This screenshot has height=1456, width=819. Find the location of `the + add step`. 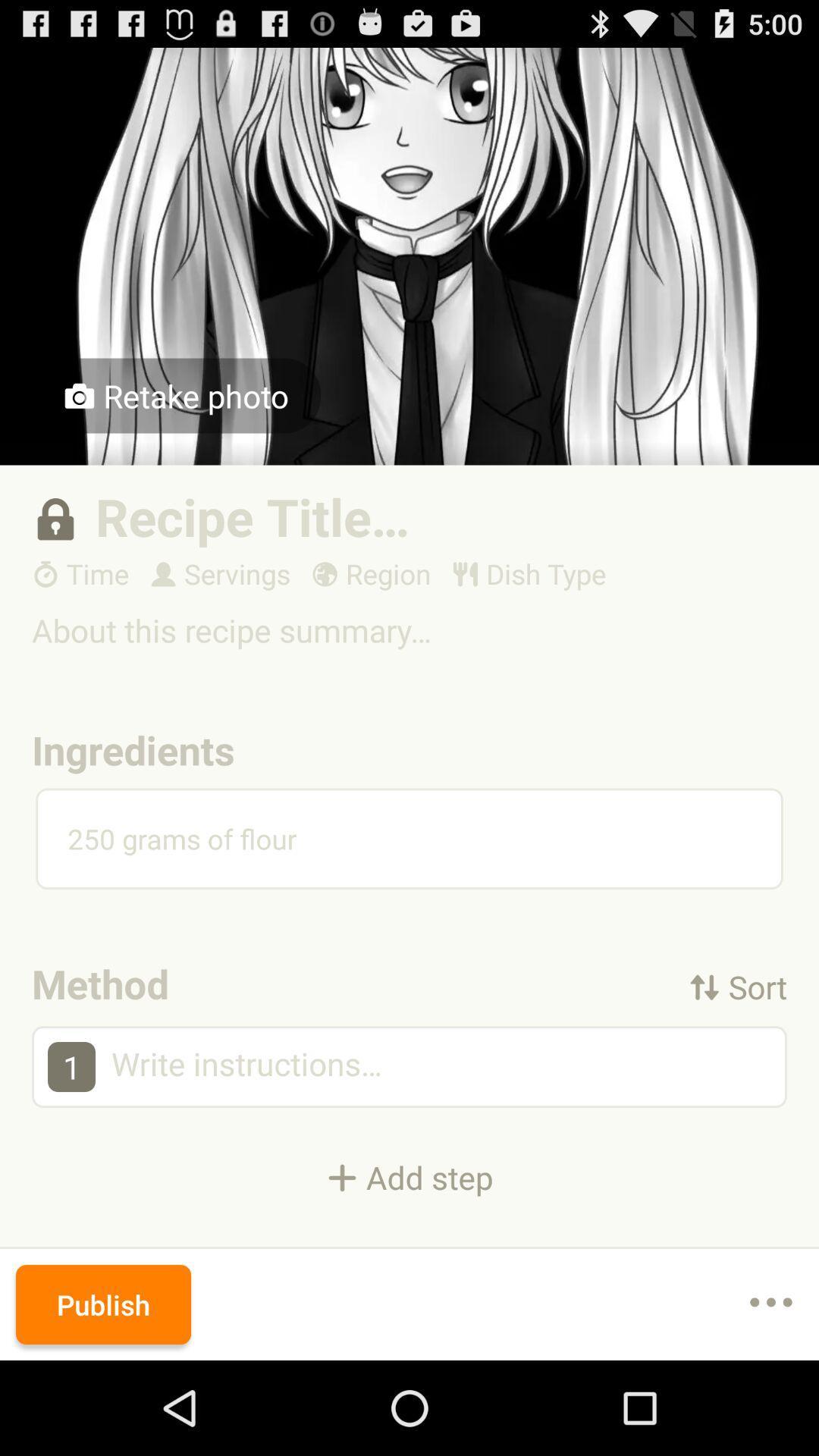

the + add step is located at coordinates (409, 1176).